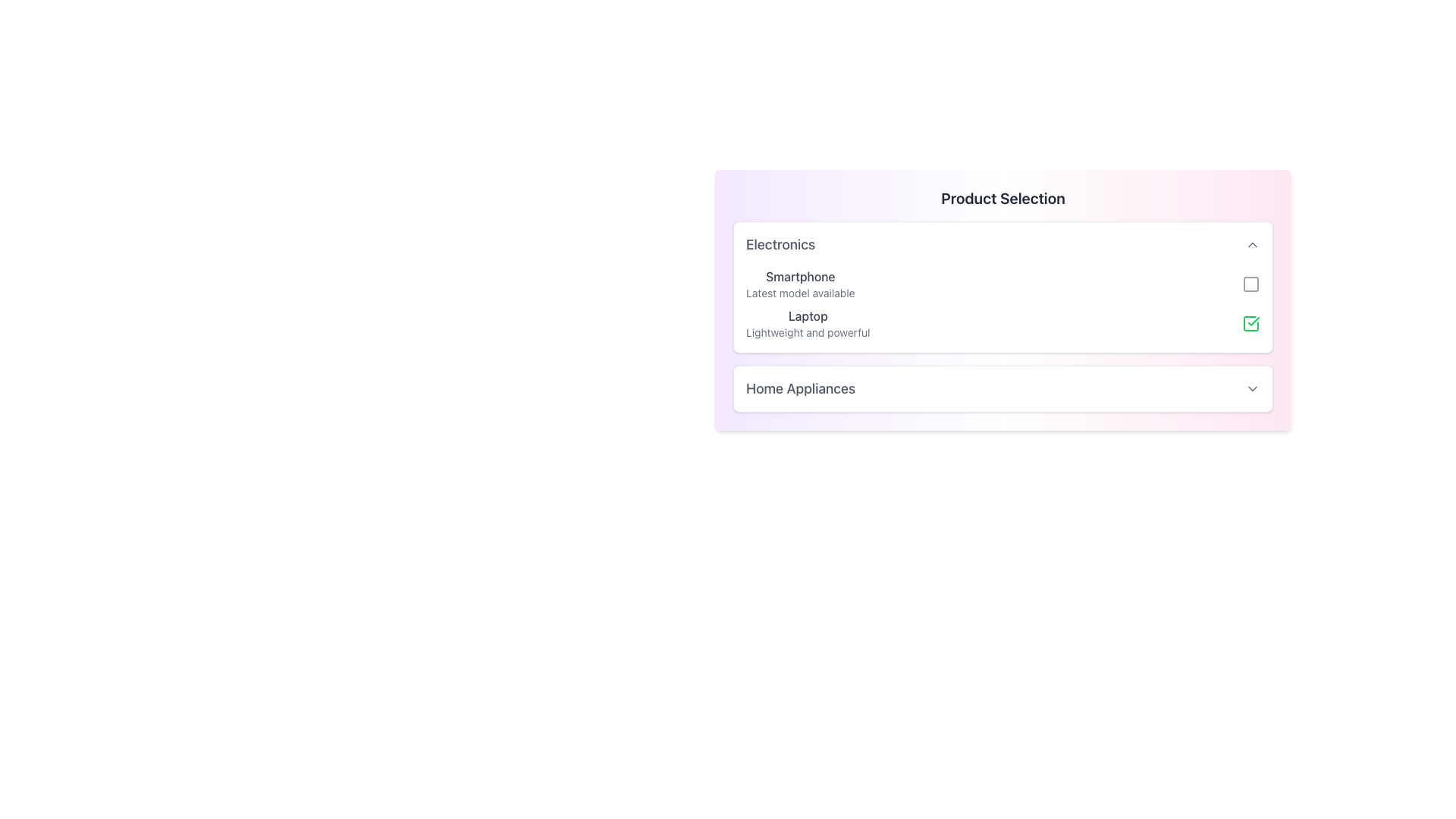  Describe the element at coordinates (780, 244) in the screenshot. I see `the static text element reading 'Electronics', which is located in the upper-left corner of the 'Product Selection' panel` at that location.